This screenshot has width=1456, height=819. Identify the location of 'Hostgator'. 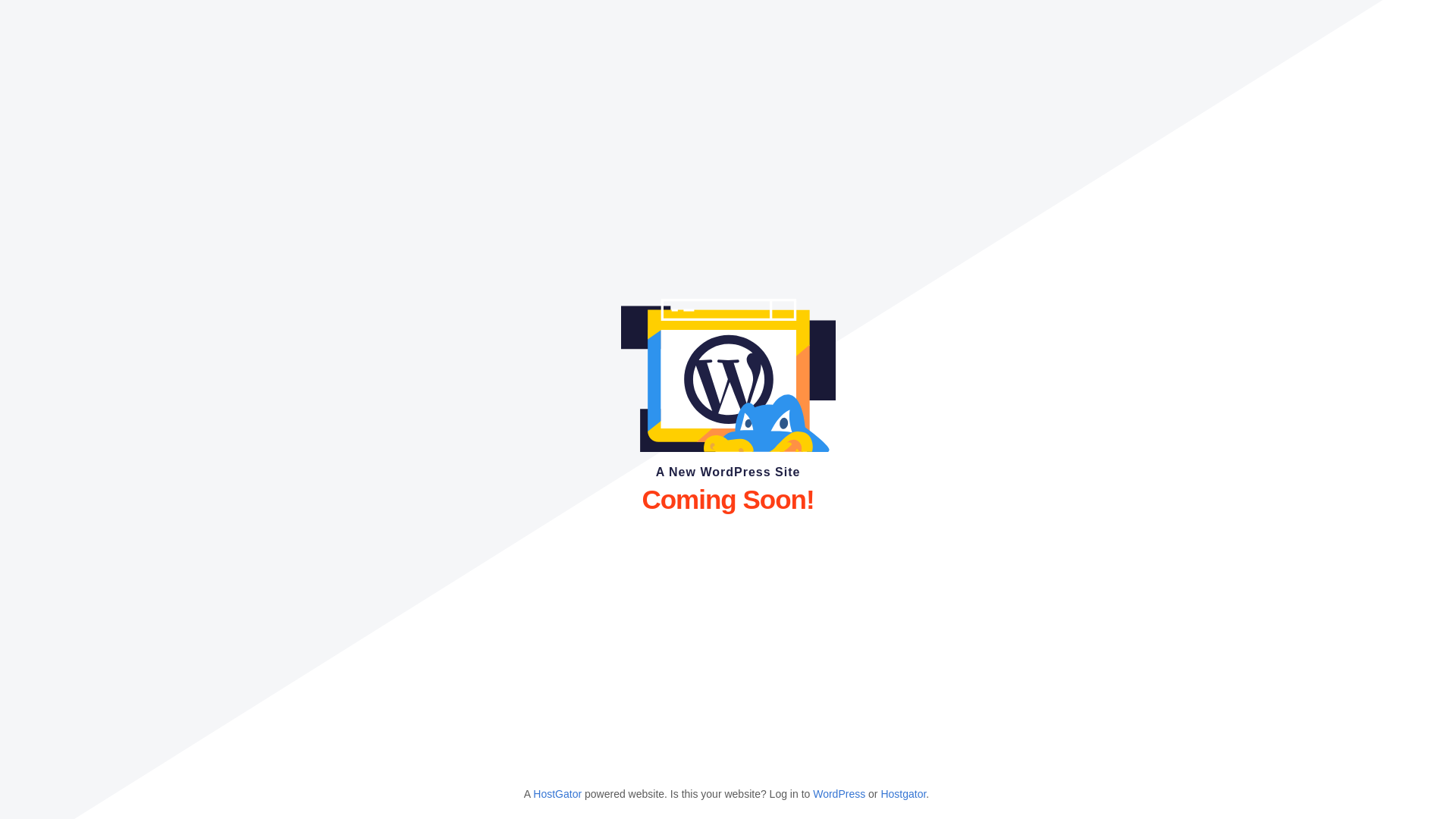
(880, 792).